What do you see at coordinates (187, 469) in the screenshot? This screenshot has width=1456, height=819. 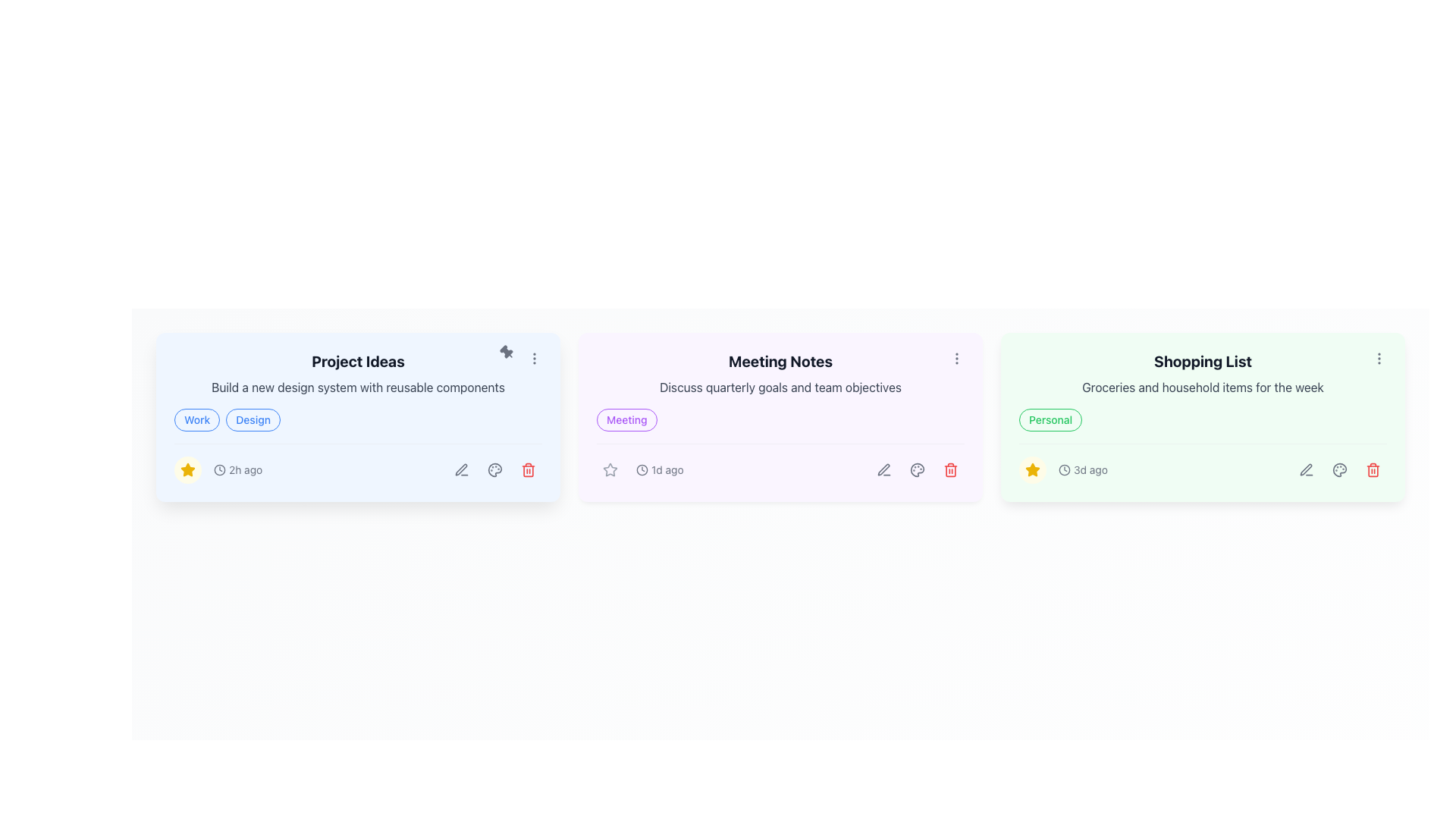 I see `the circular button with a yellow star icon on a pale yellow background located at the bottom left of the 'Project Ideas' card` at bounding box center [187, 469].